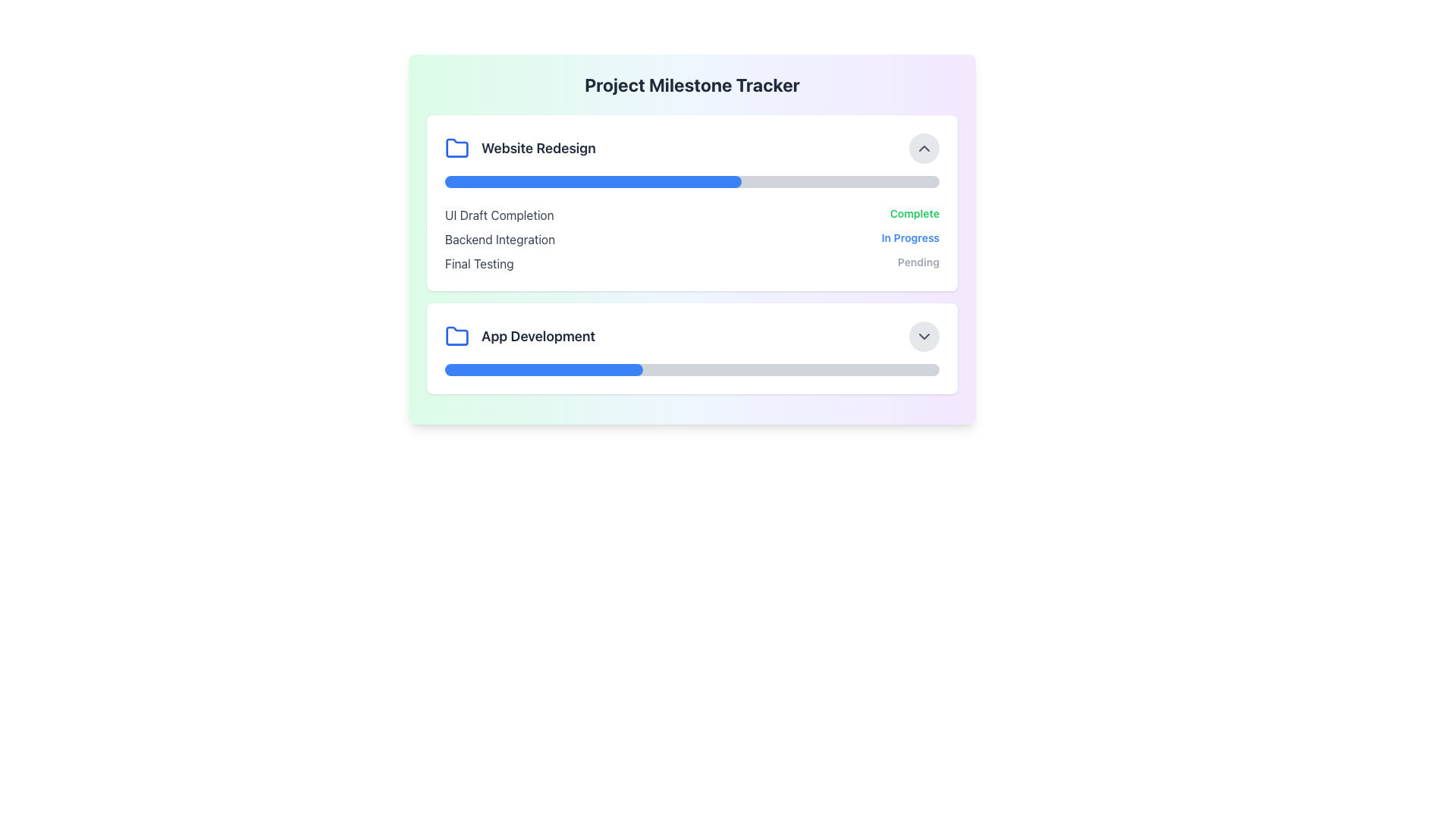  What do you see at coordinates (914, 180) in the screenshot?
I see `the progress bar` at bounding box center [914, 180].